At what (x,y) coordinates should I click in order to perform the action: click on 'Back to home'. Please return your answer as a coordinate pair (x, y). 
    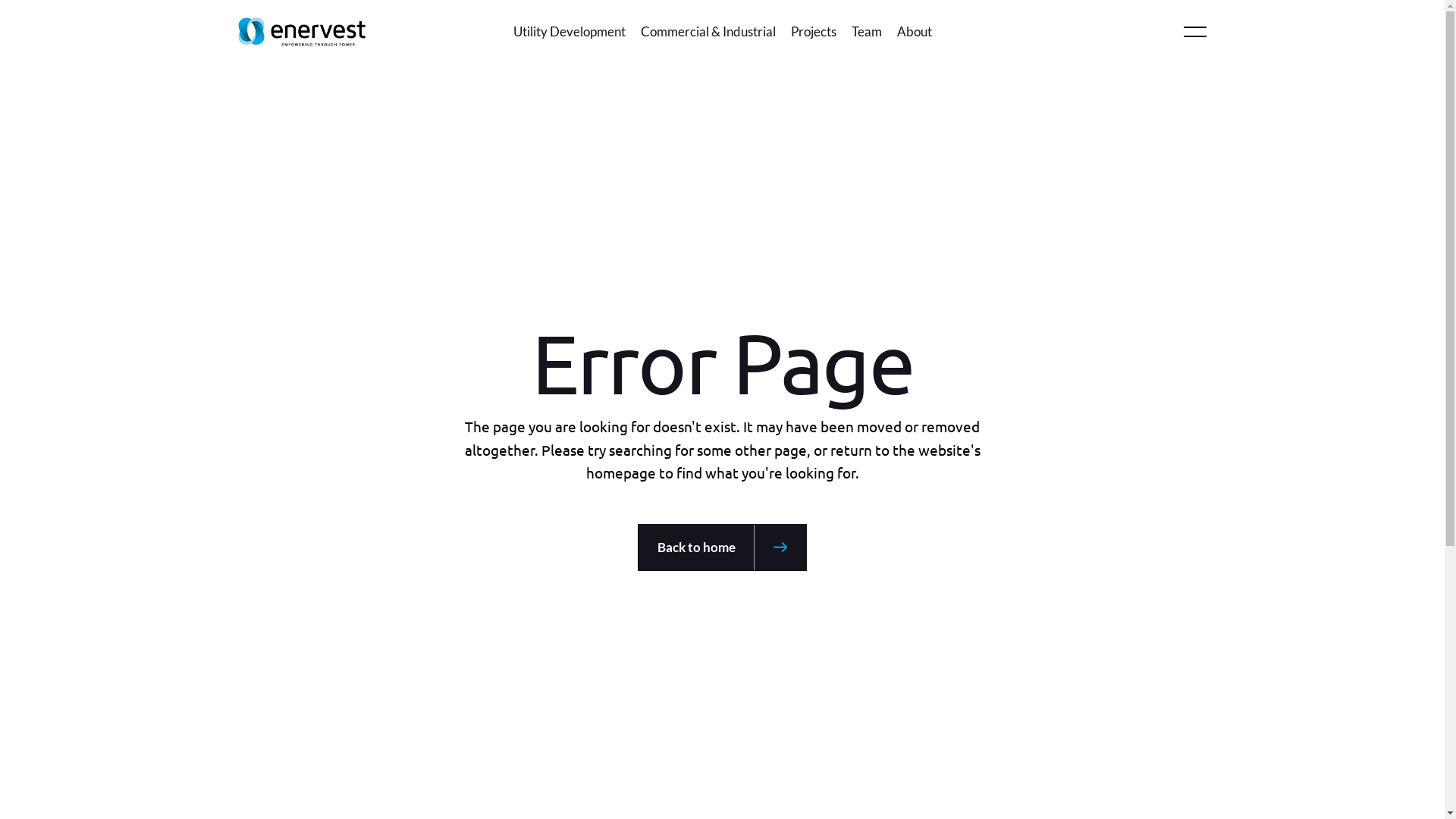
    Looking at the image, I should click on (721, 547).